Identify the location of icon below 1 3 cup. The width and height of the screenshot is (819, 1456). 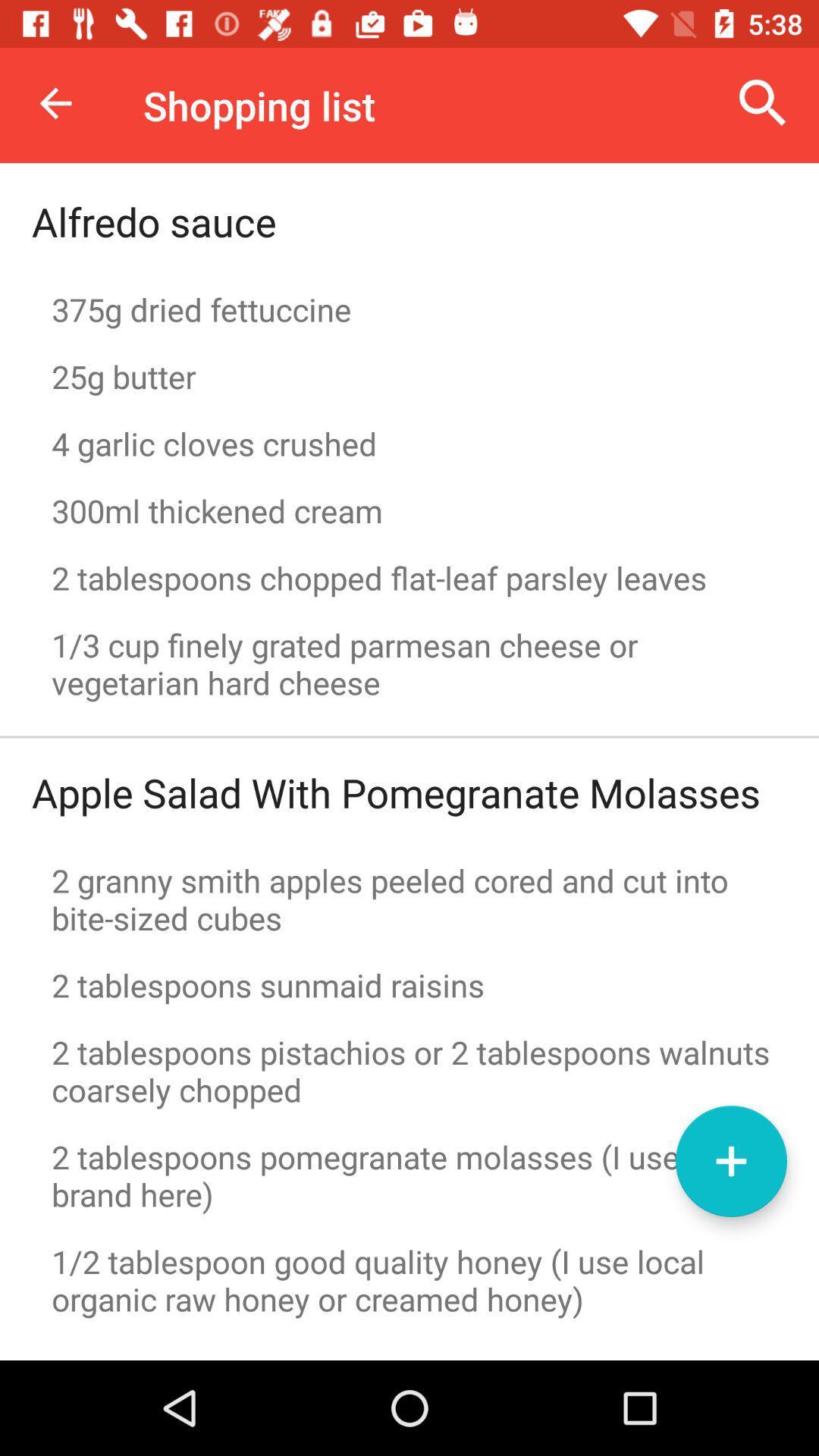
(409, 736).